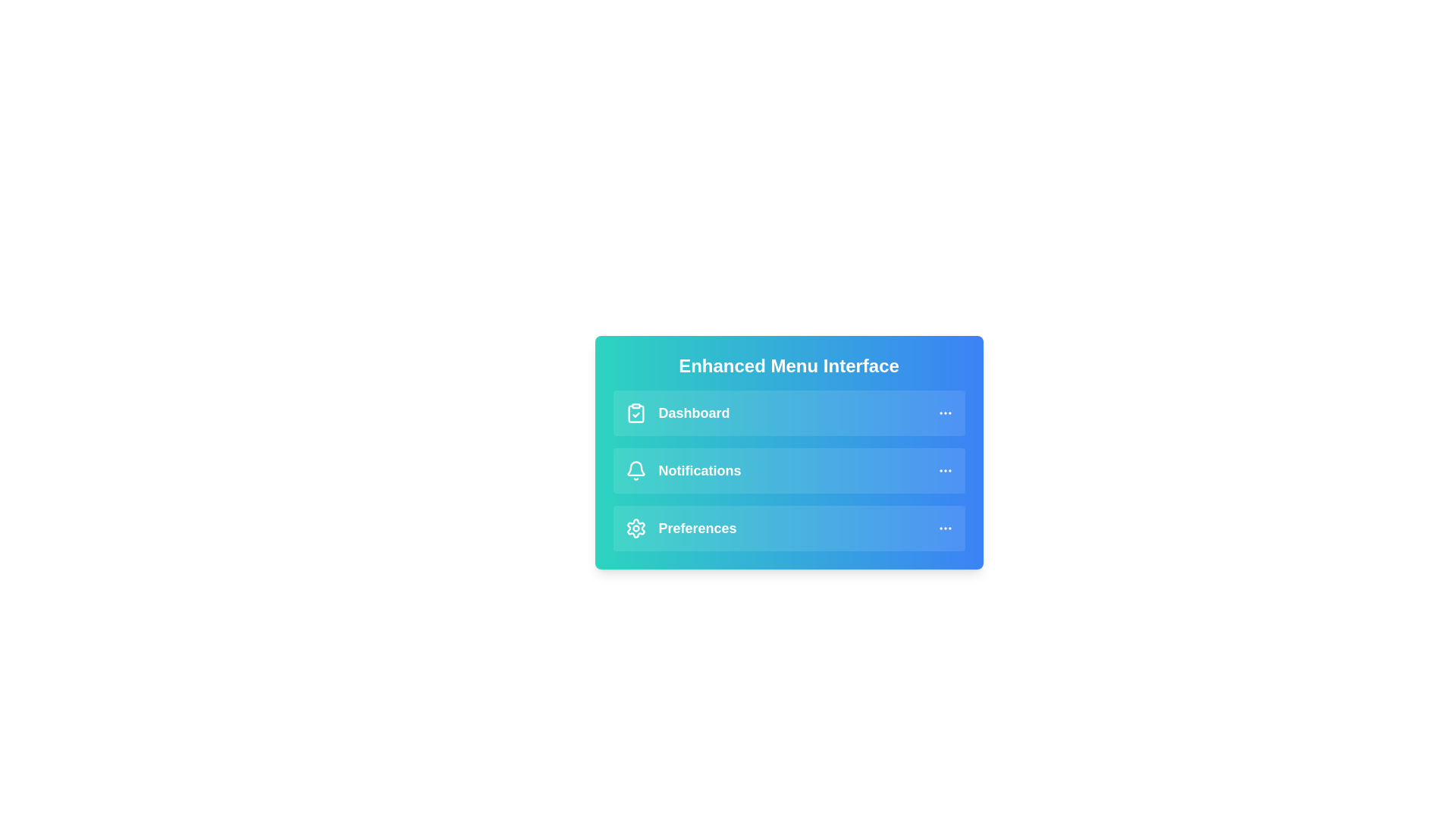  Describe the element at coordinates (635, 528) in the screenshot. I see `the cogwheel-shaped settings icon located at the leftmost position of the 'Preferences' row` at that location.